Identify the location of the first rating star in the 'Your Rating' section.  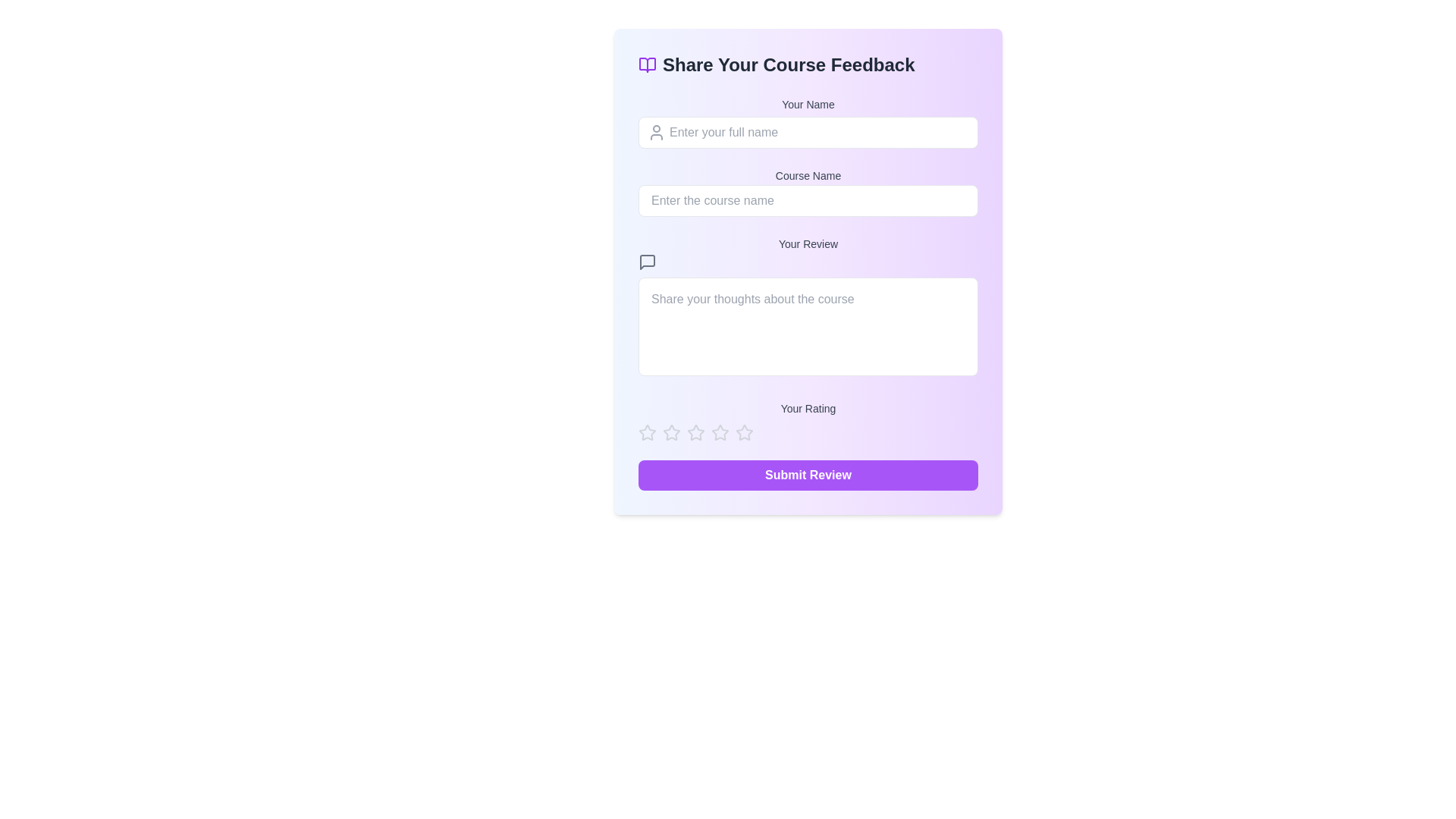
(648, 432).